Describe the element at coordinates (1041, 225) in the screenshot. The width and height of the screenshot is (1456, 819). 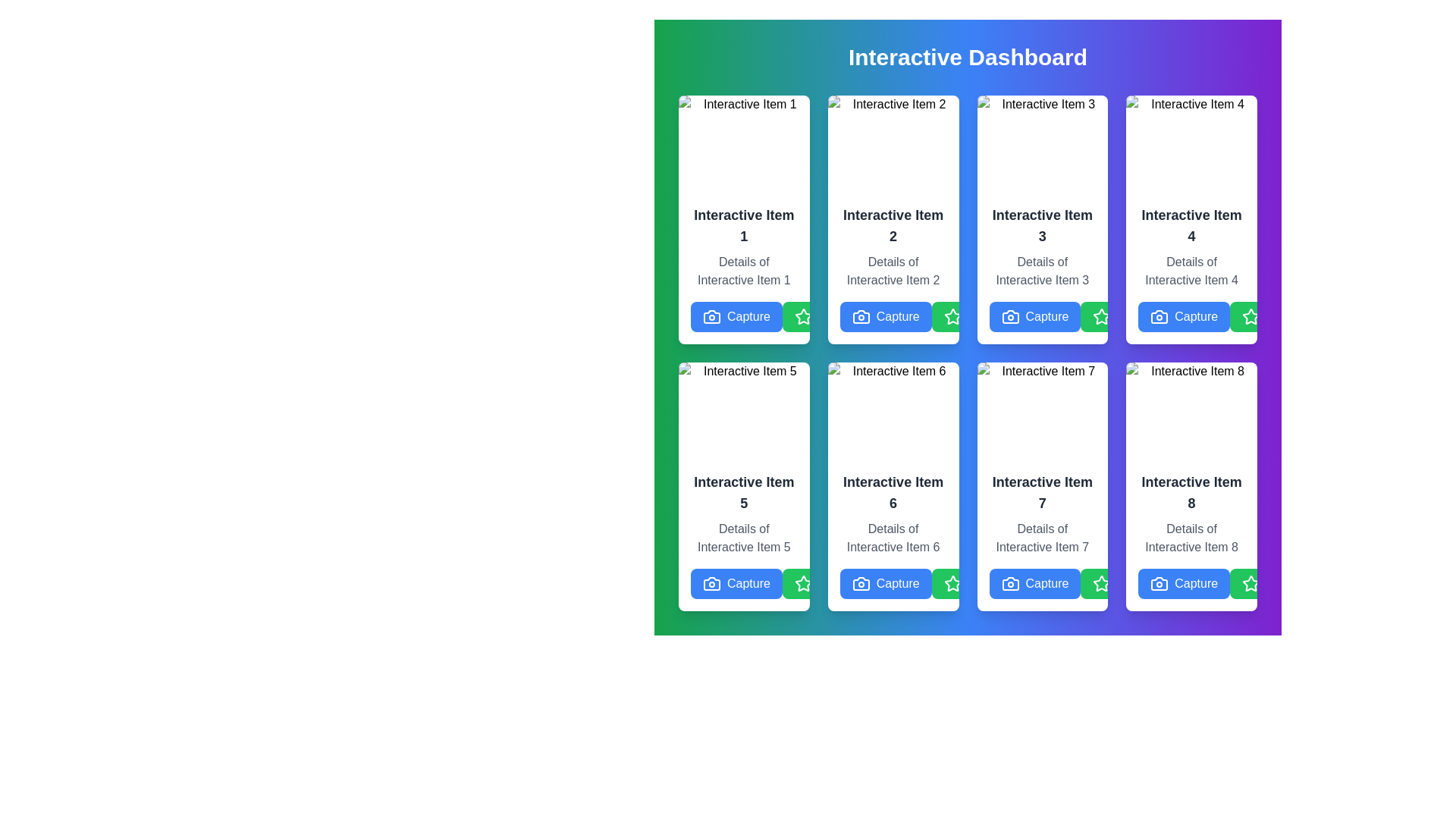
I see `the text element displaying 'Interactive Item 3' in bold and large font, located in the third card of the top row under 'Interactive Dashboard'` at that location.